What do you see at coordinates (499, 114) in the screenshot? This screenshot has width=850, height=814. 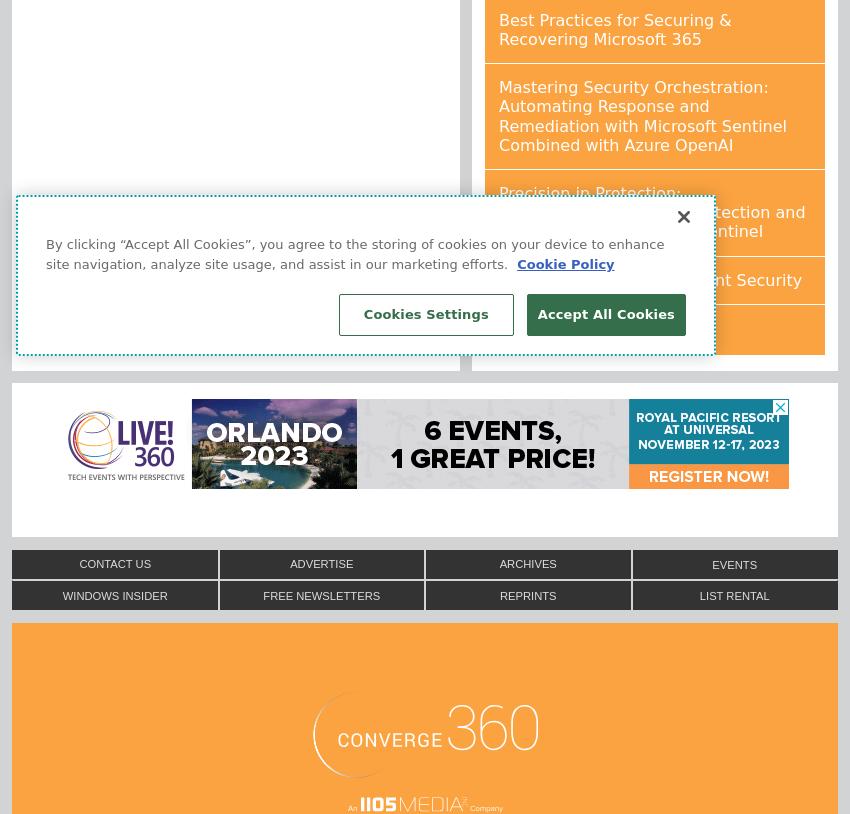 I see `'Mastering Security Orchestration: Automating Response and Remediation with Microsoft Sentinel Combined with Azure OpenAI'` at bounding box center [499, 114].